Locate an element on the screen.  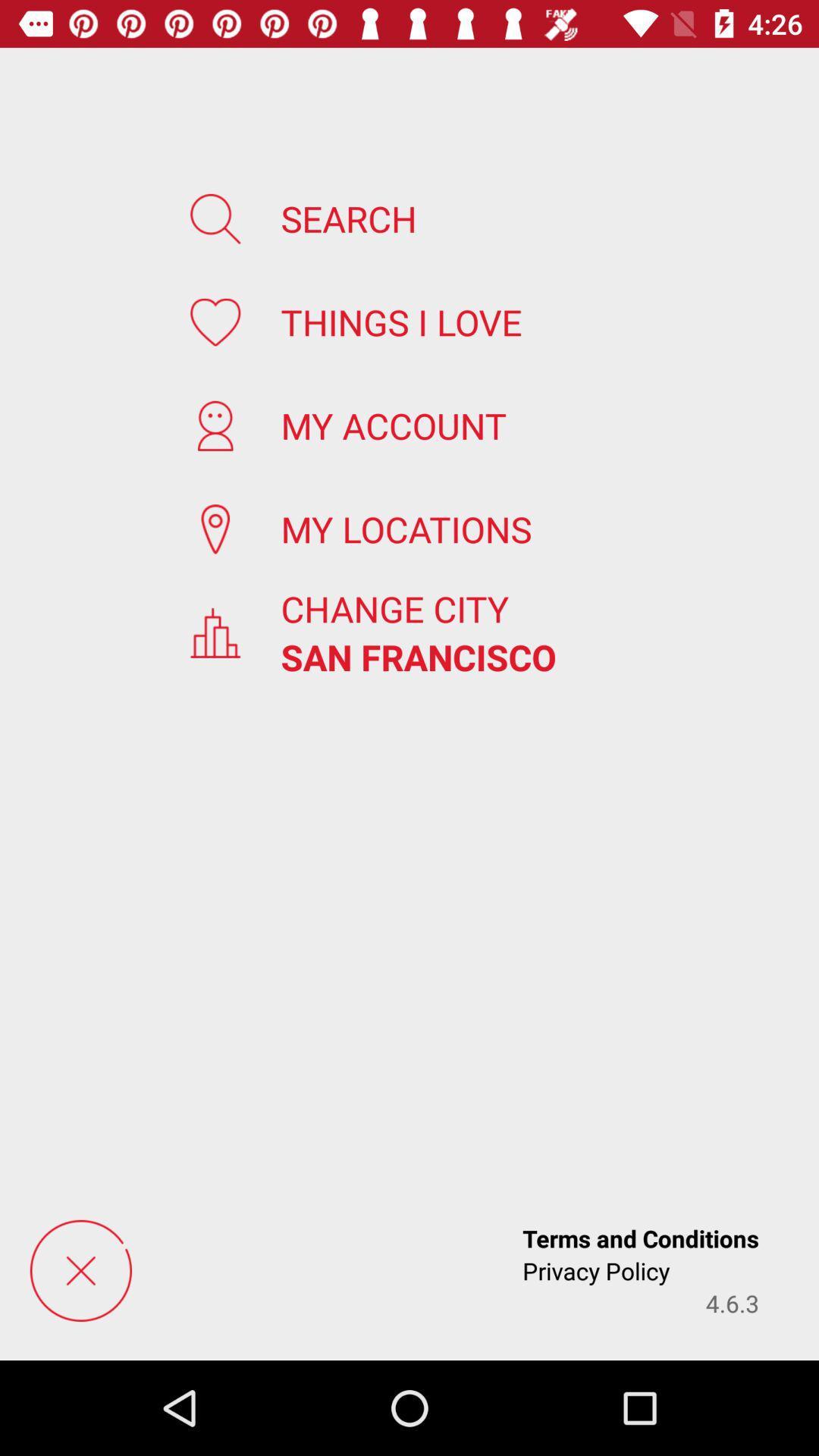
app below the my account icon is located at coordinates (405, 529).